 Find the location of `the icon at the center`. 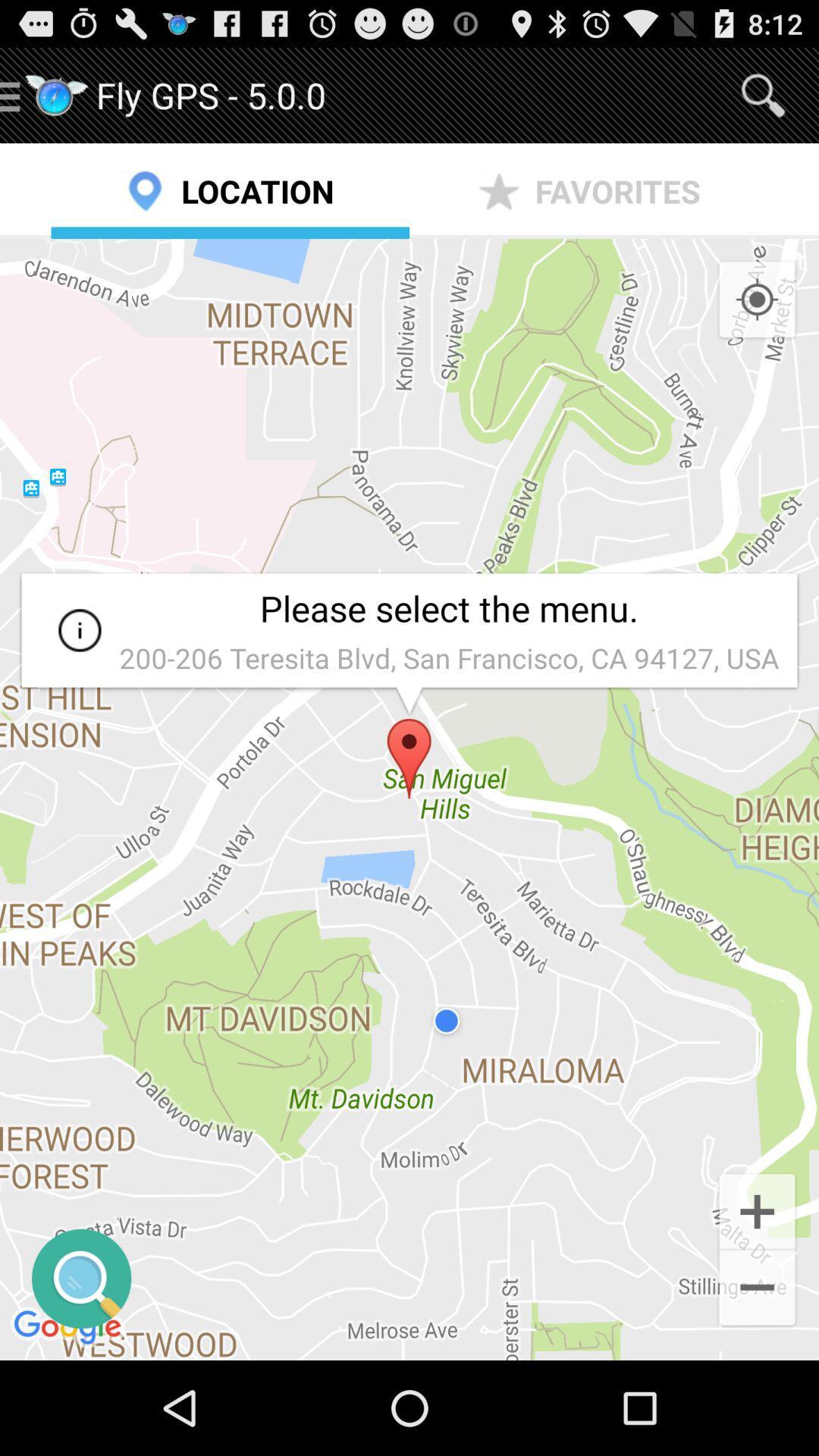

the icon at the center is located at coordinates (409, 799).